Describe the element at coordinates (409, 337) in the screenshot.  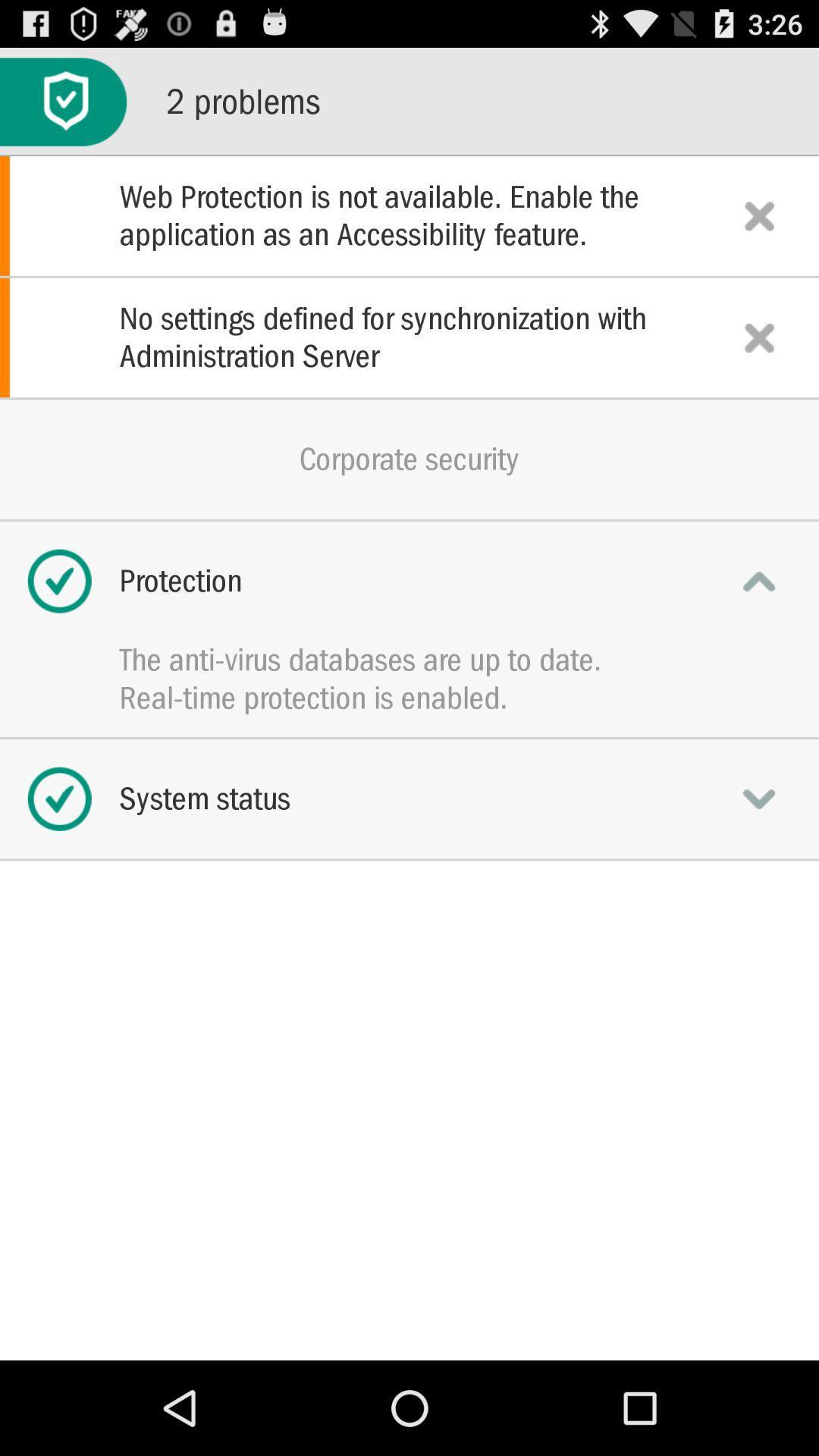
I see `the no settings defined app` at that location.